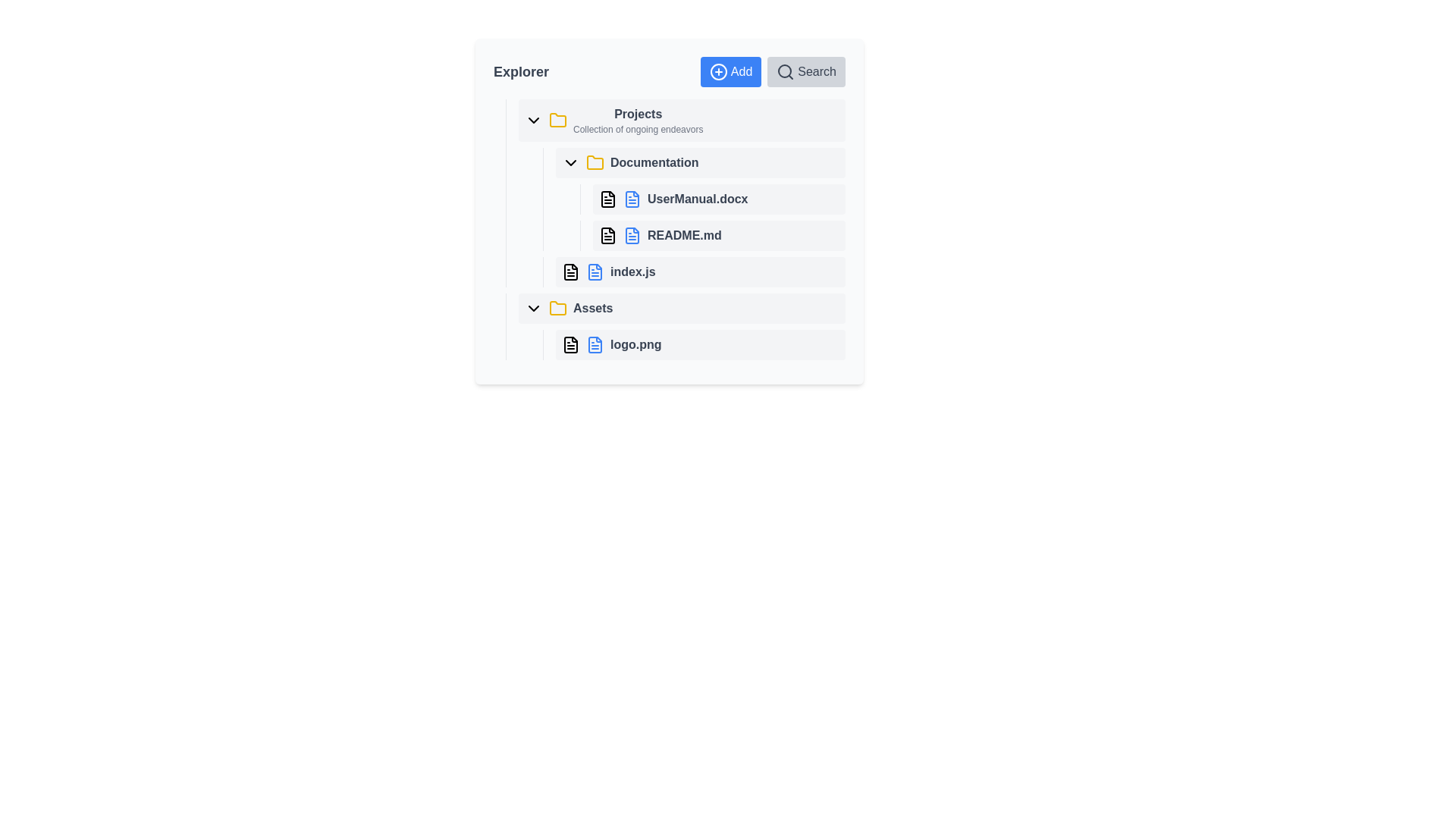  What do you see at coordinates (697, 198) in the screenshot?
I see `the text label identifying 'UserManual.docx'` at bounding box center [697, 198].